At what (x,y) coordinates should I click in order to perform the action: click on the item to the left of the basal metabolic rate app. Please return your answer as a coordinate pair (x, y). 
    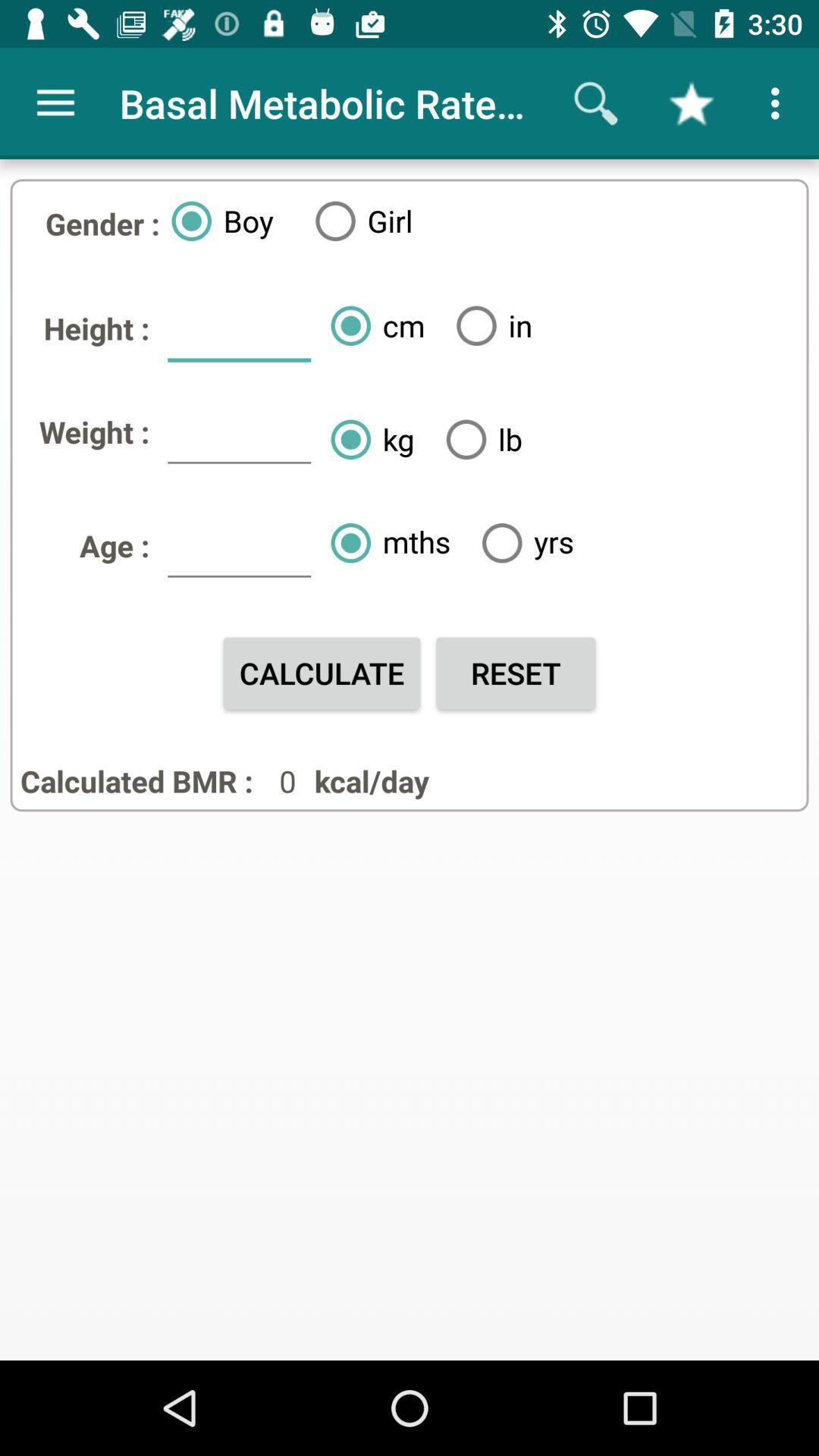
    Looking at the image, I should click on (55, 102).